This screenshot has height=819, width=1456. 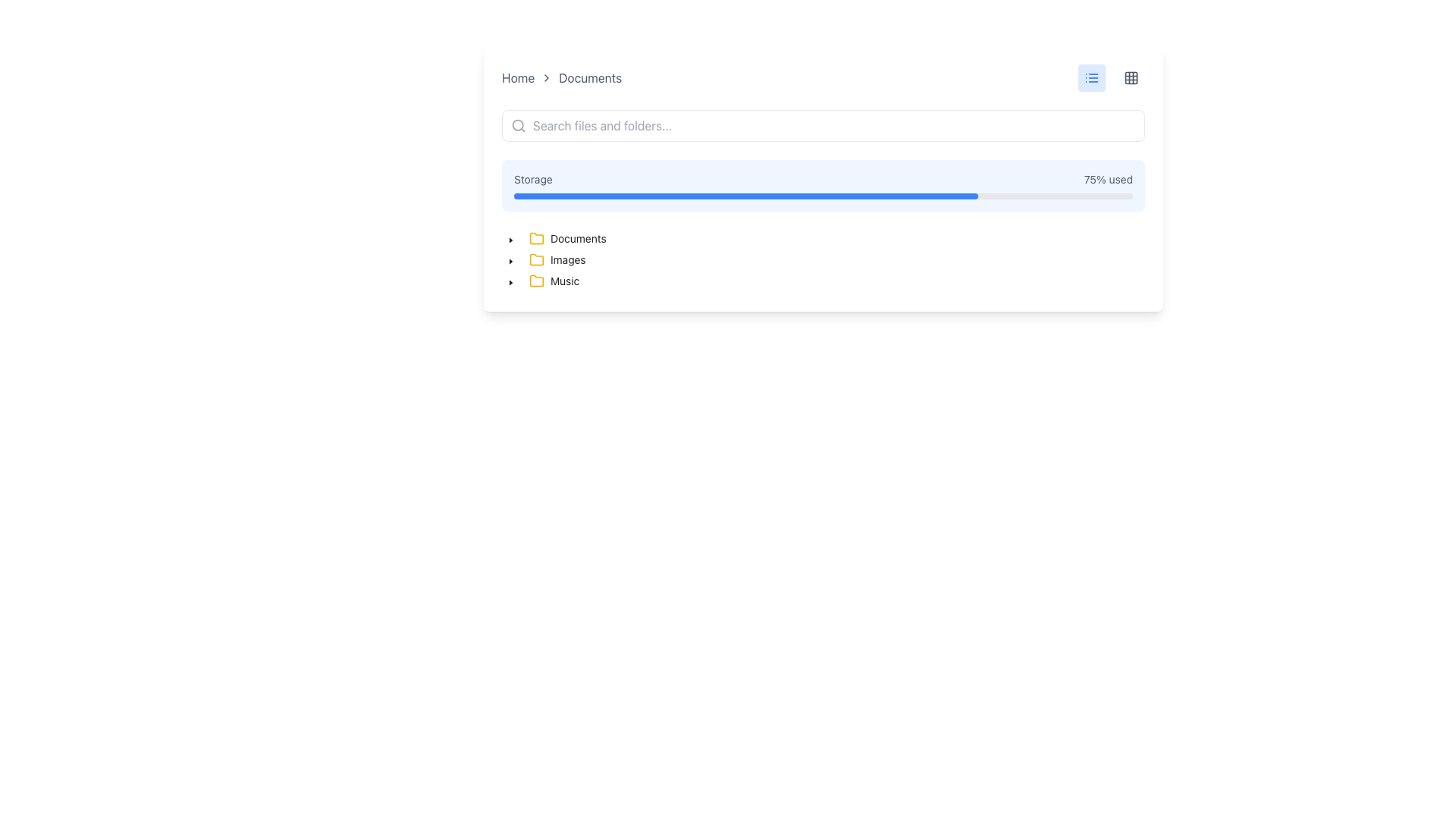 I want to click on the interactive caret-down toggle icon next to the 'Music' folder, so click(x=510, y=283).